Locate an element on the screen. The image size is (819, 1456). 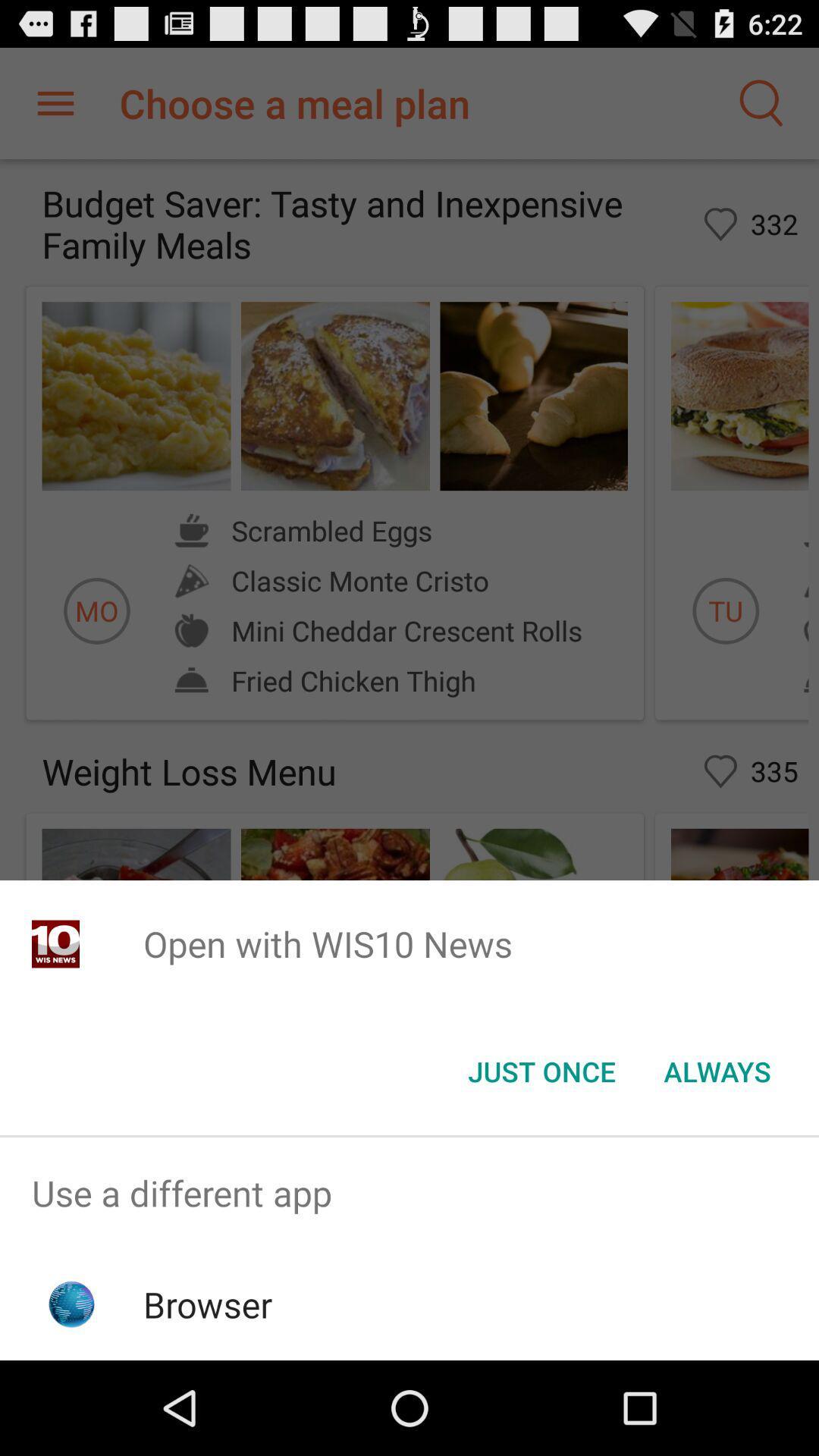
the just once is located at coordinates (541, 1070).